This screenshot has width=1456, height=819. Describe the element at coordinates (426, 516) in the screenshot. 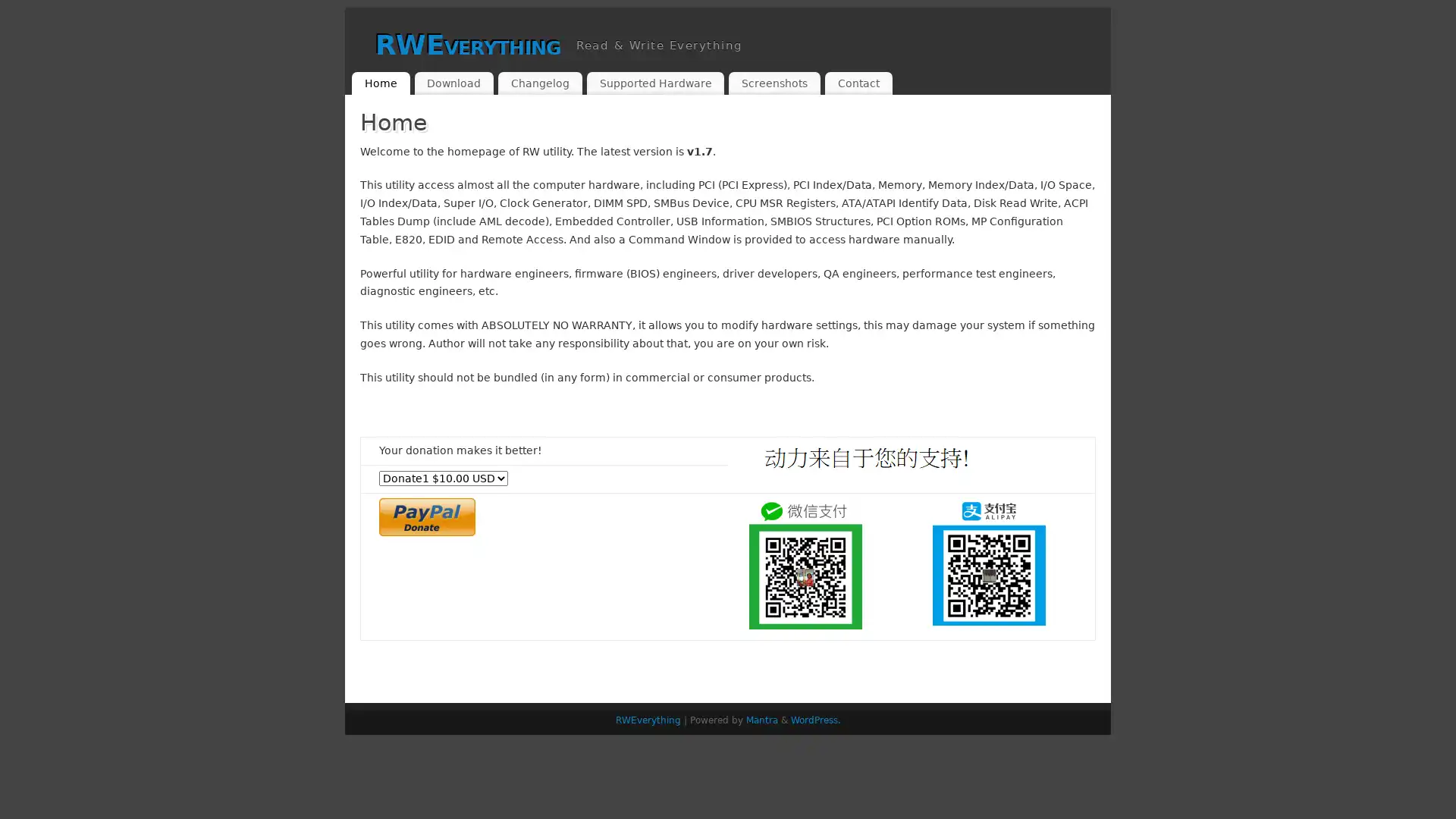

I see `PayPal - The safer, easier way to pay online!` at that location.